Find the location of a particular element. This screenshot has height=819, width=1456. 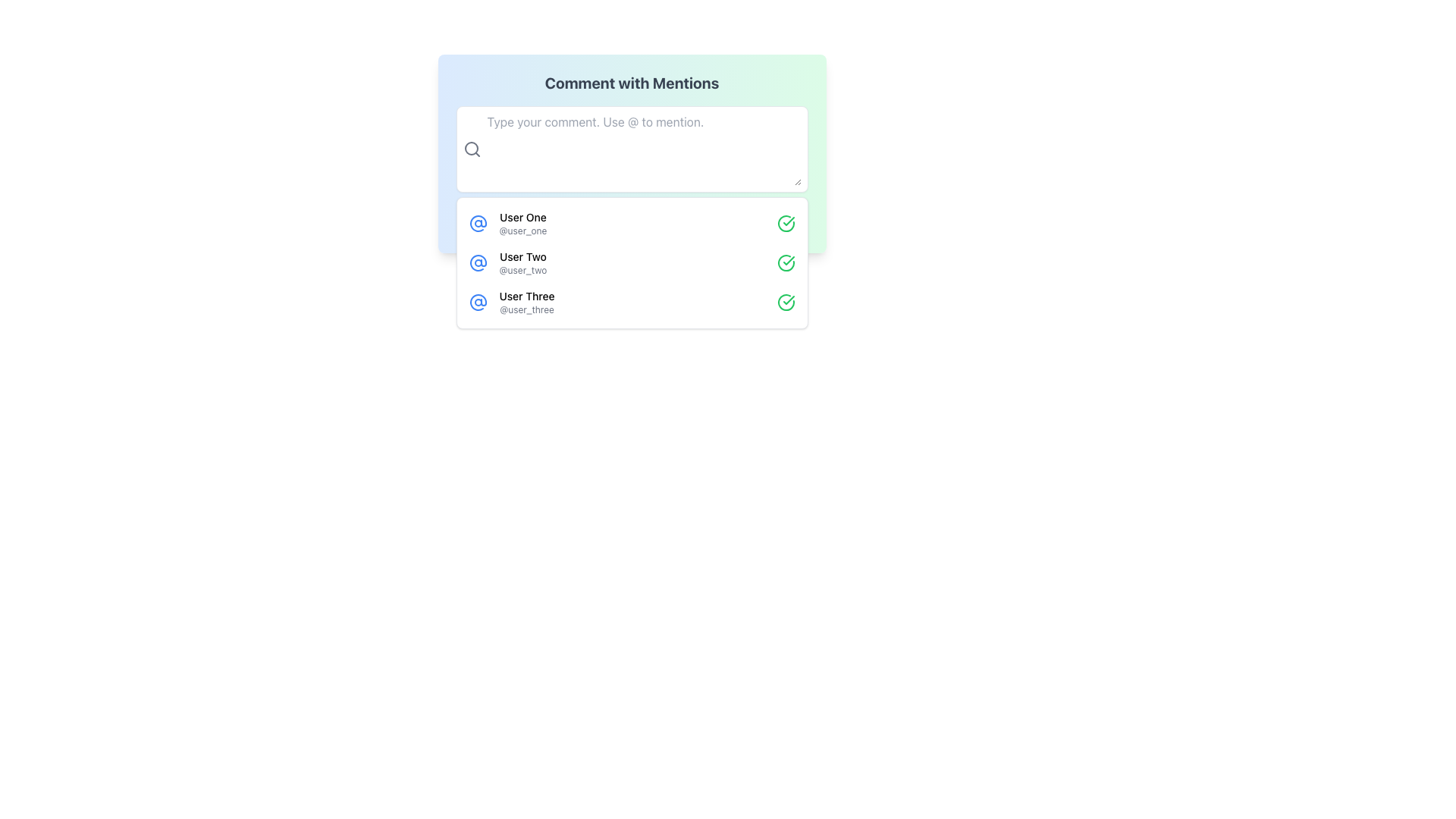

the visual indicator icon that confirms or highlights the 'User Two' list item, located to the right of the username and handle text is located at coordinates (786, 262).